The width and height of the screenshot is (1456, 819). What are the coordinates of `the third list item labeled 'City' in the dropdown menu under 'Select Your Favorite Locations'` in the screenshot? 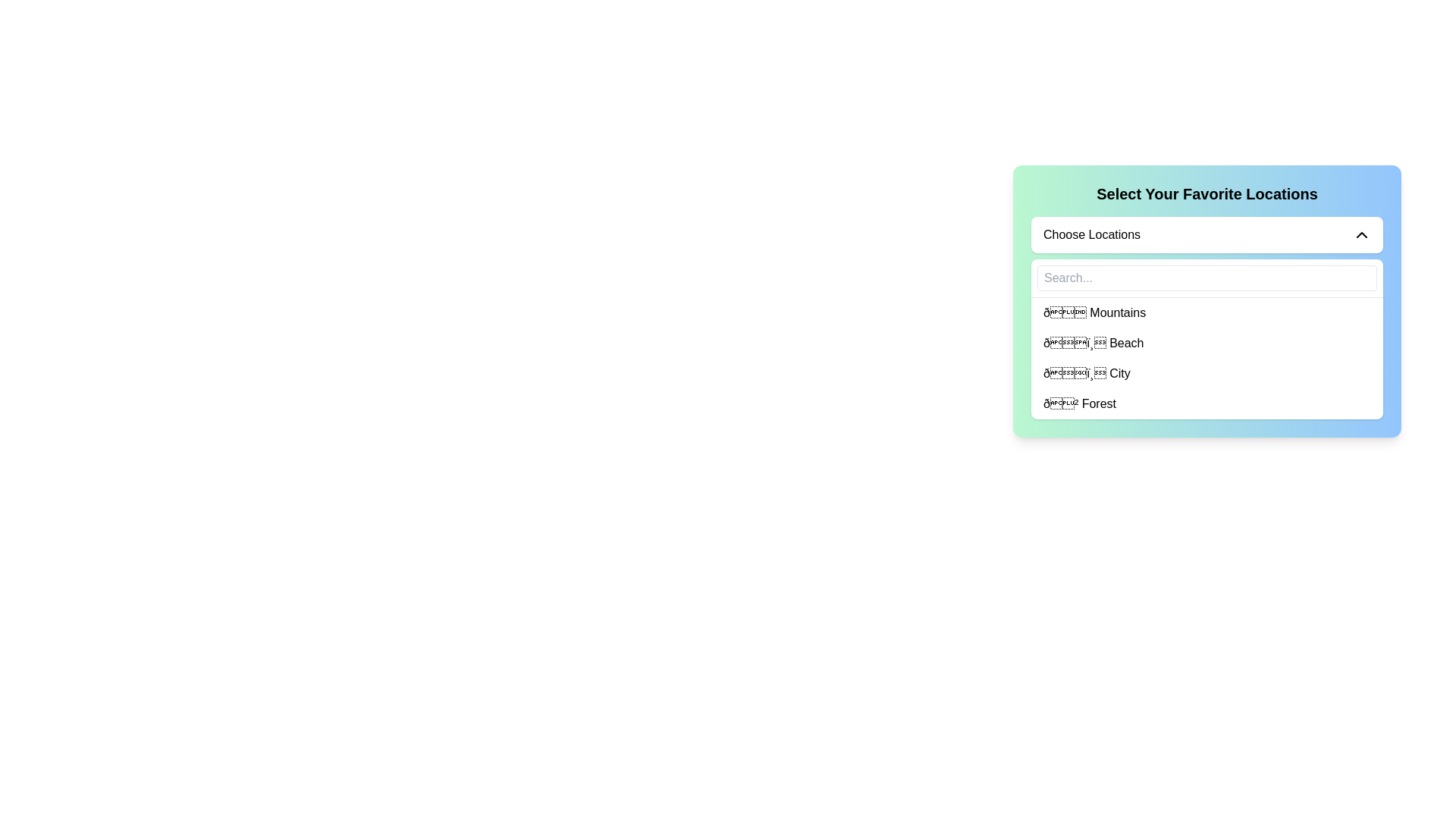 It's located at (1207, 374).